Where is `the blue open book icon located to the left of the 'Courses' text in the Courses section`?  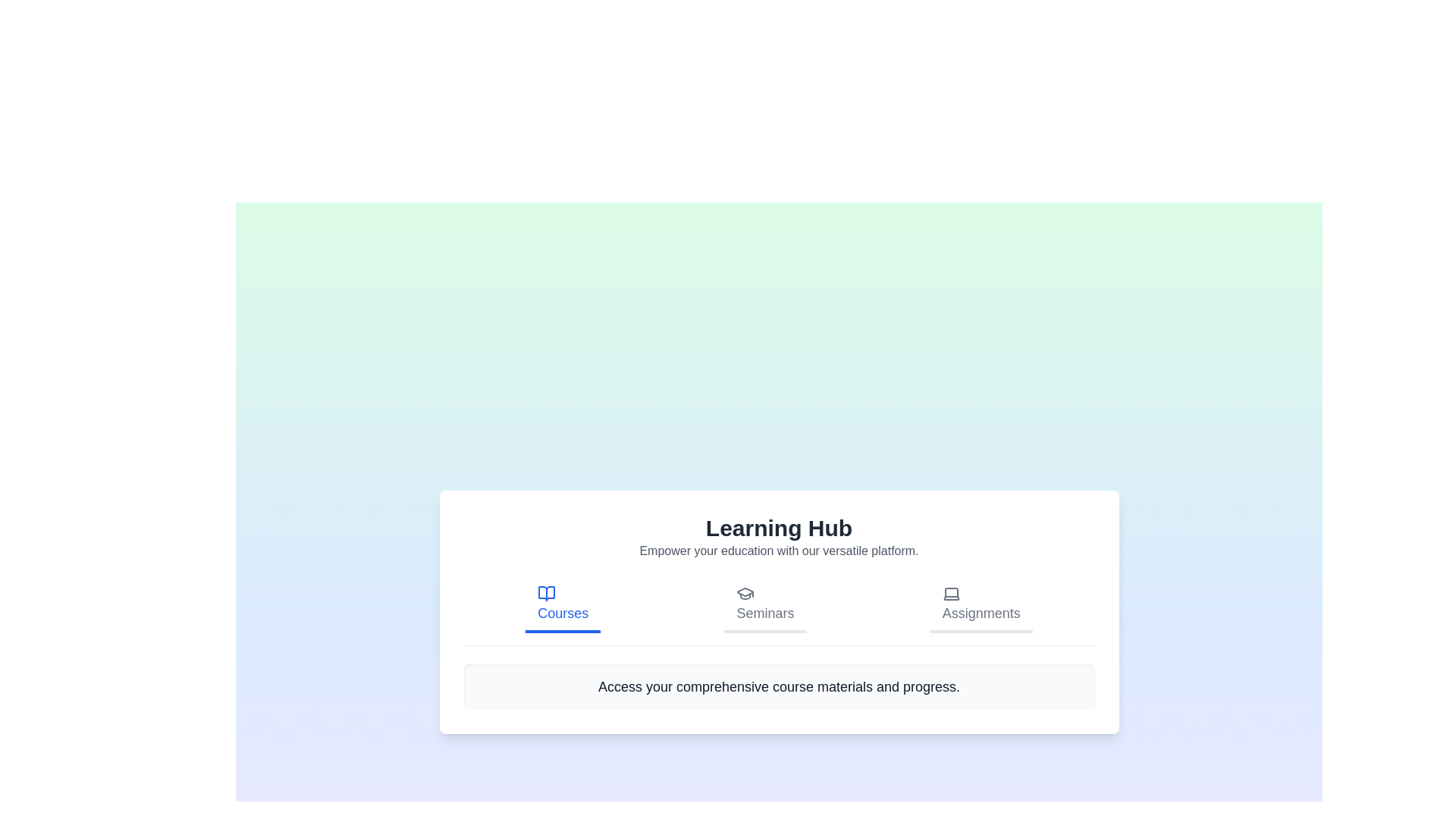
the blue open book icon located to the left of the 'Courses' text in the Courses section is located at coordinates (546, 592).